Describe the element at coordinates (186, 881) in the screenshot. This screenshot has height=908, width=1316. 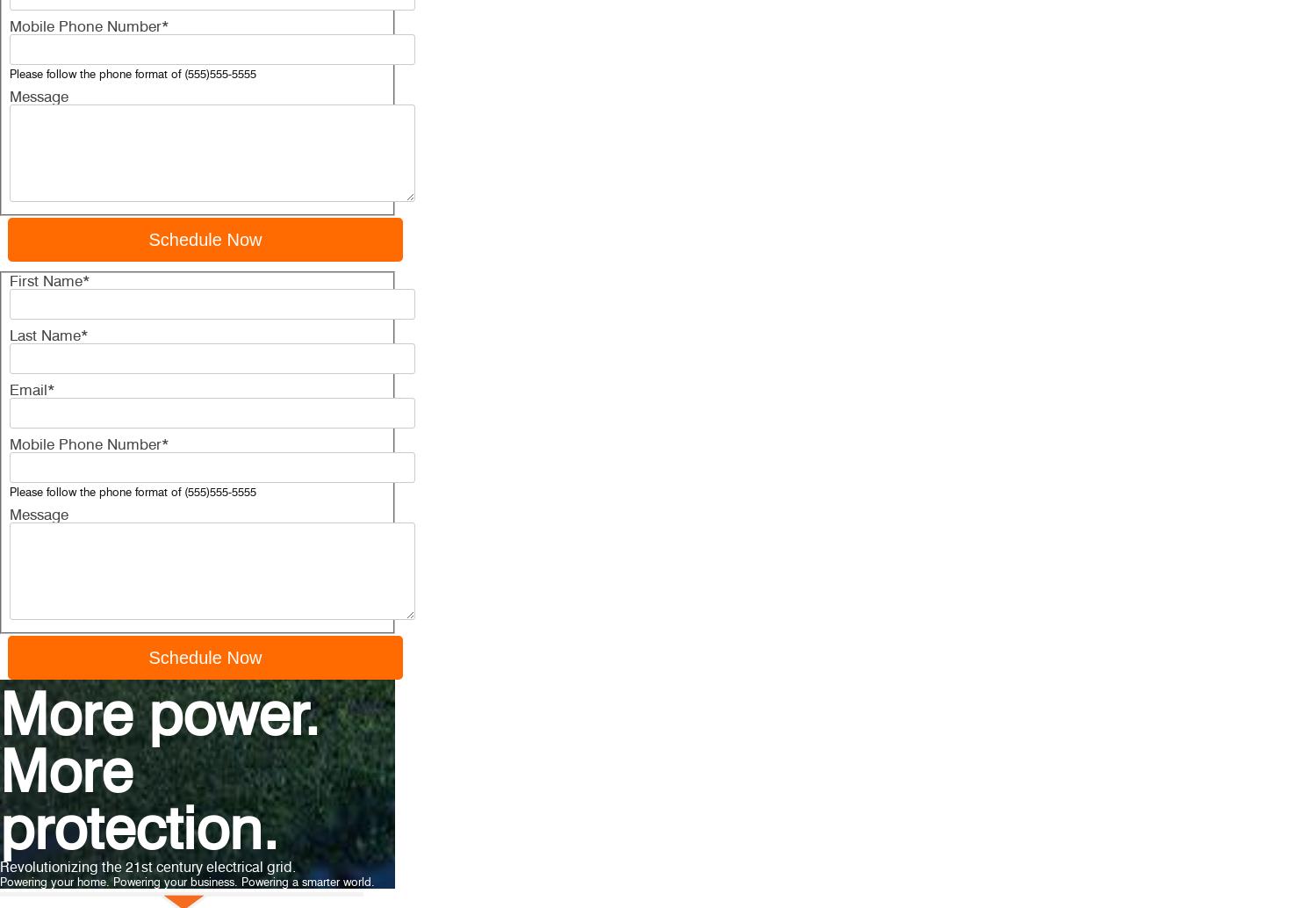
I see `'Powering your home. Powering your business. Powering a smarter world.'` at that location.